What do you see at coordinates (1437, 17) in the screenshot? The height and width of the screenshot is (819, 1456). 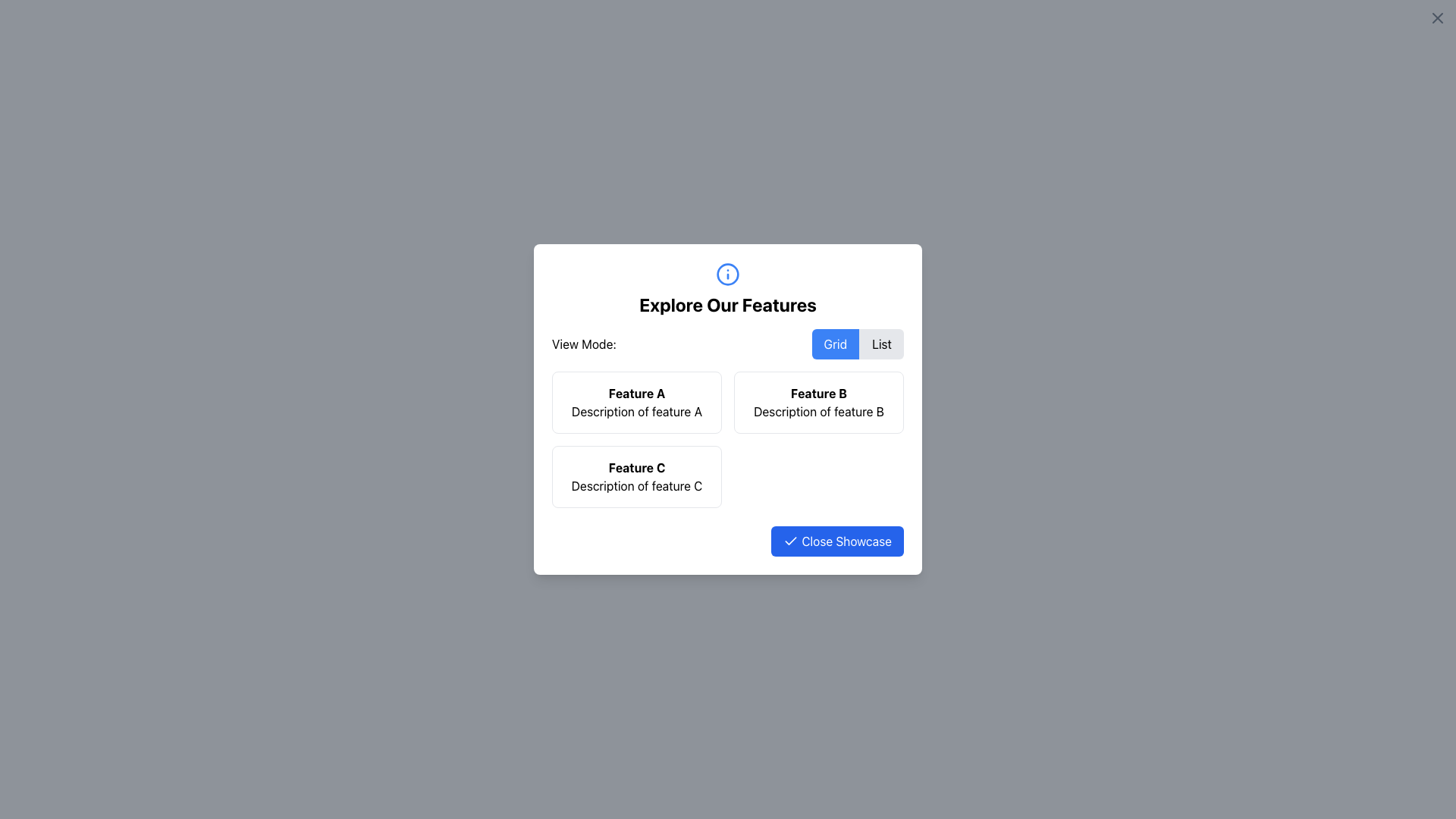 I see `the close button represented by a graphic icon (cross) located at the top-right corner of the interface` at bounding box center [1437, 17].